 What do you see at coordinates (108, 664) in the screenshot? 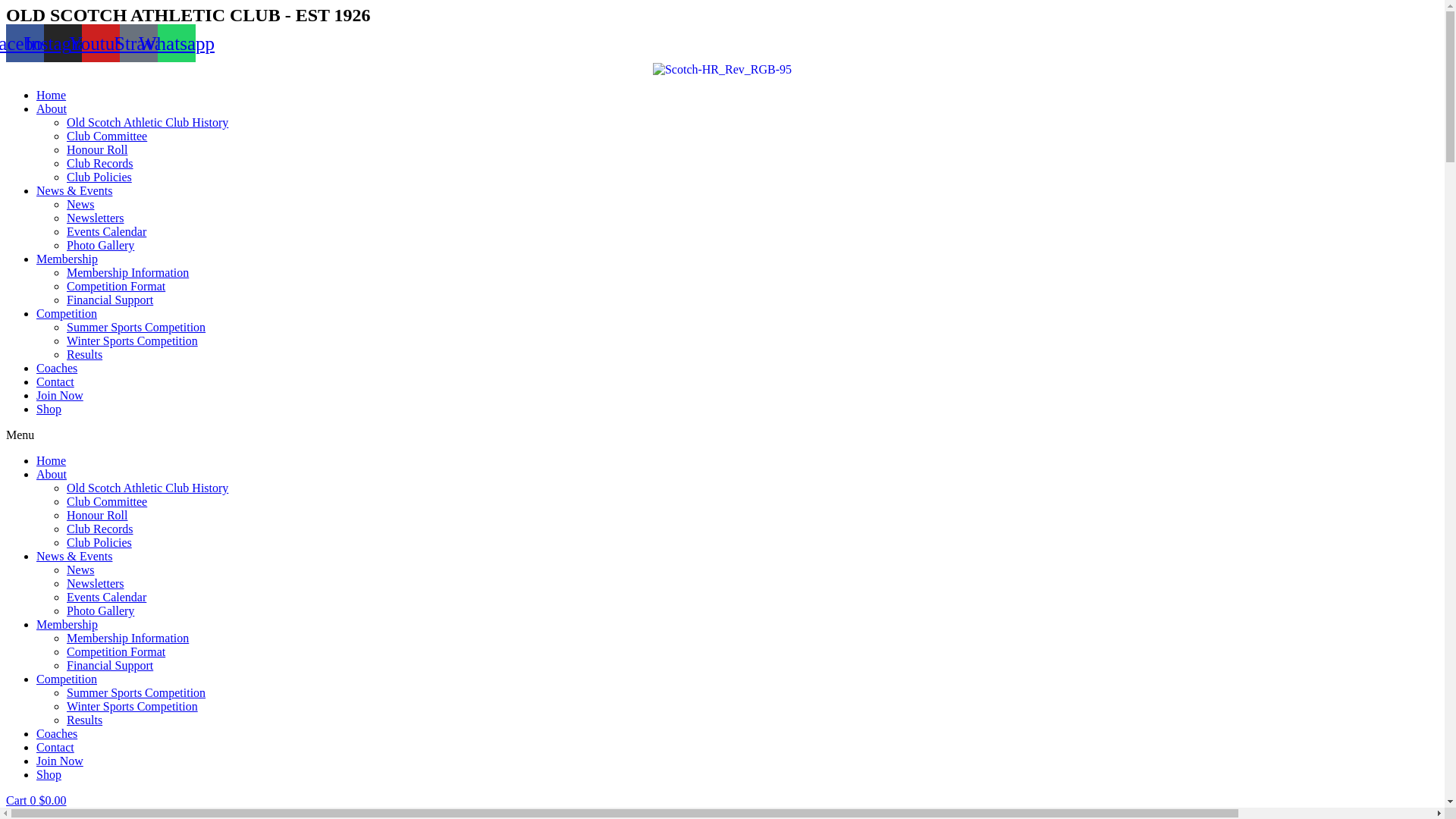
I see `'Financial Support'` at bounding box center [108, 664].